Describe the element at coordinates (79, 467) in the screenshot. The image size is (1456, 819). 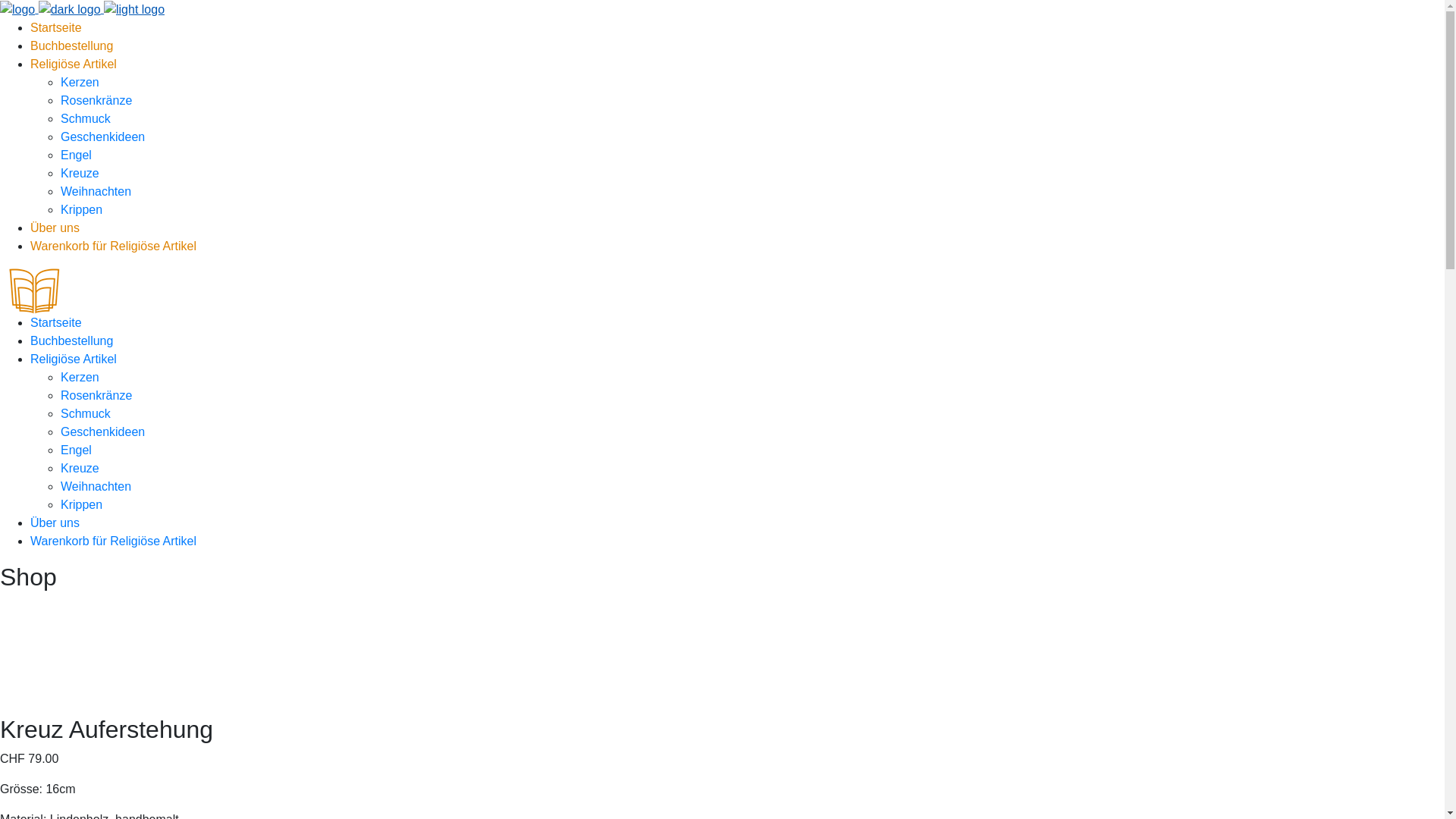
I see `'Kreuze'` at that location.